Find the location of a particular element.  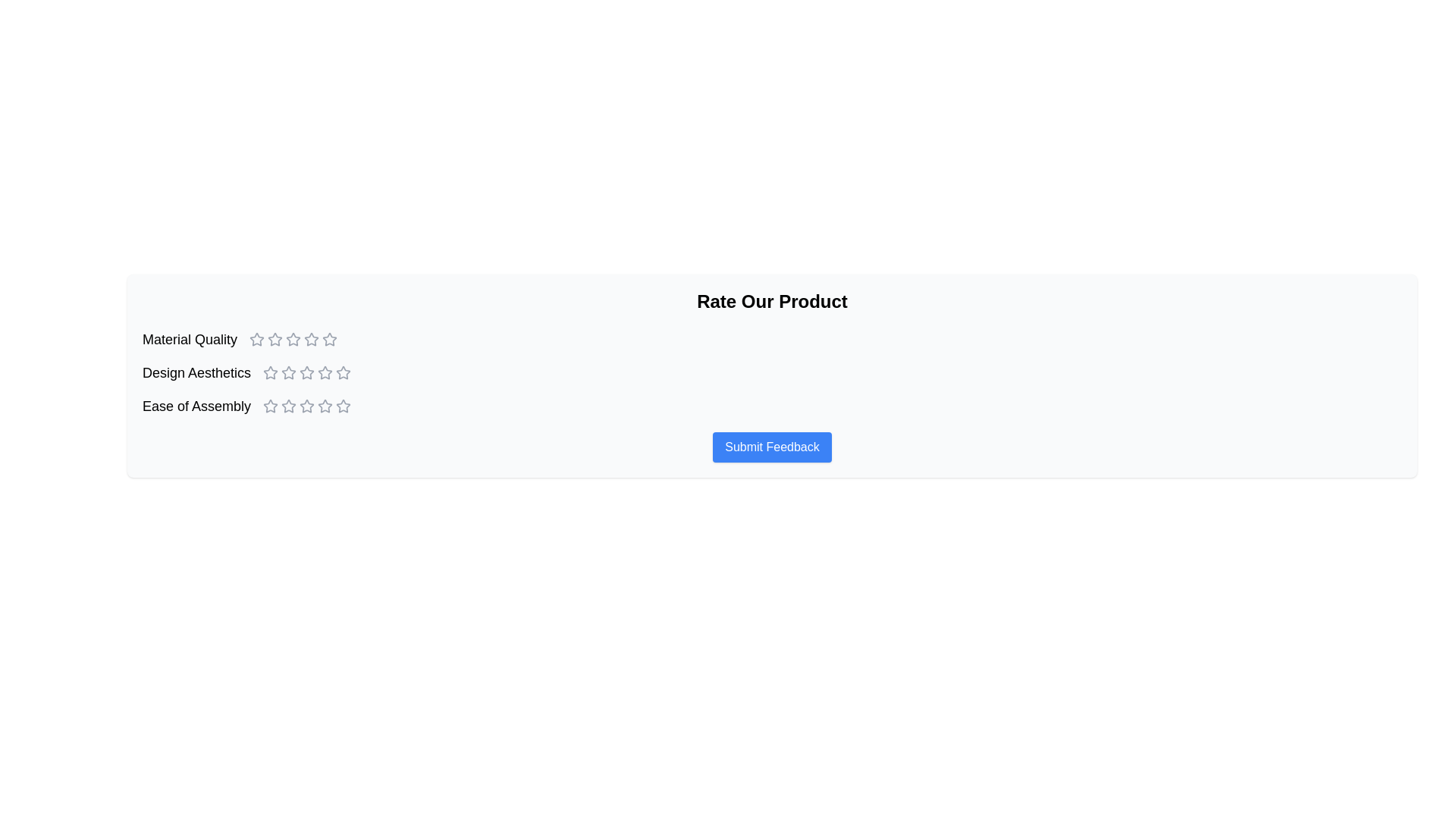

the fourth interactive rating star in the rating system under the 'Ease of Assembly' category is located at coordinates (343, 405).